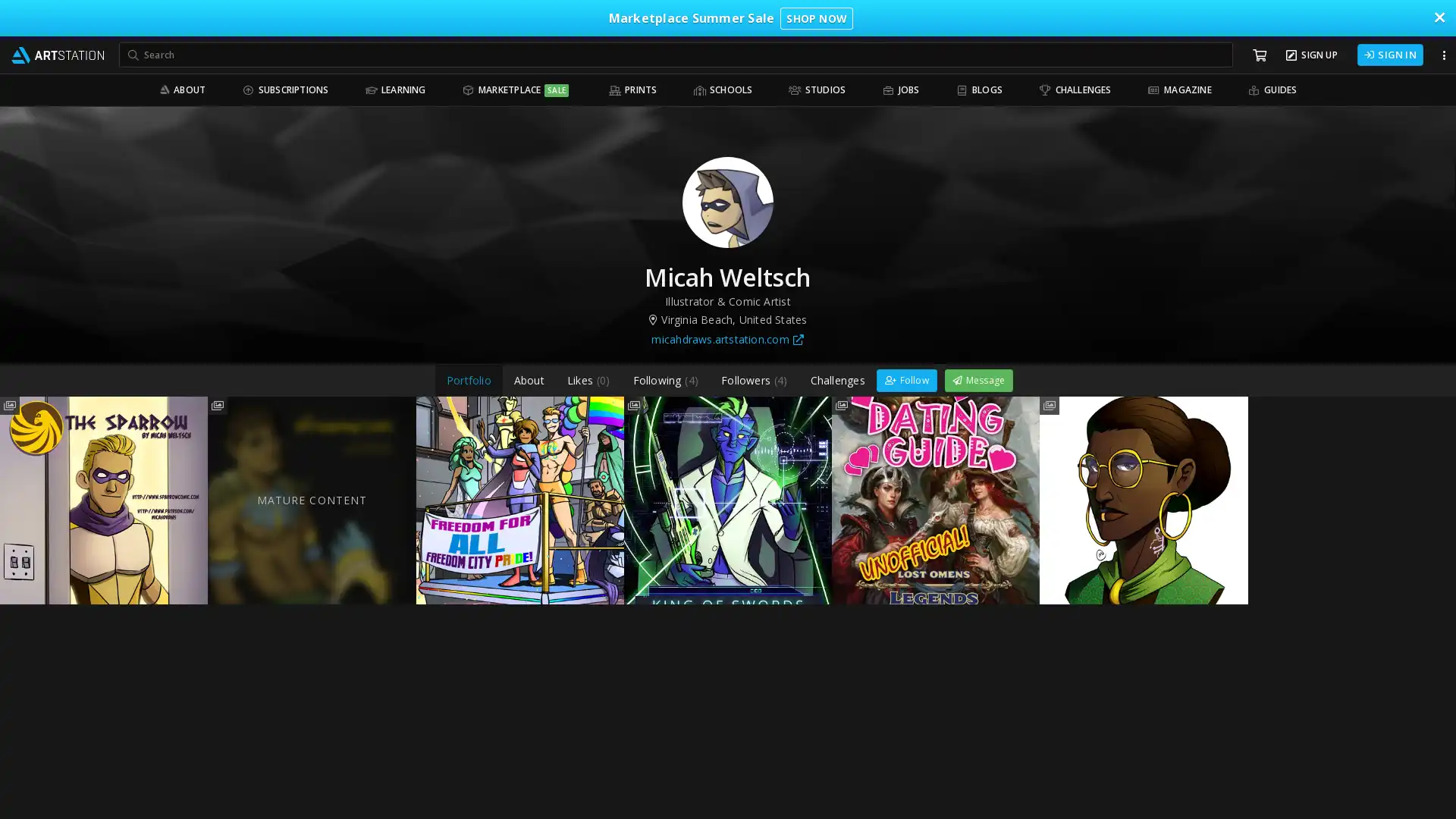 This screenshot has height=819, width=1456. What do you see at coordinates (821, 359) in the screenshot?
I see `Change to GBP` at bounding box center [821, 359].